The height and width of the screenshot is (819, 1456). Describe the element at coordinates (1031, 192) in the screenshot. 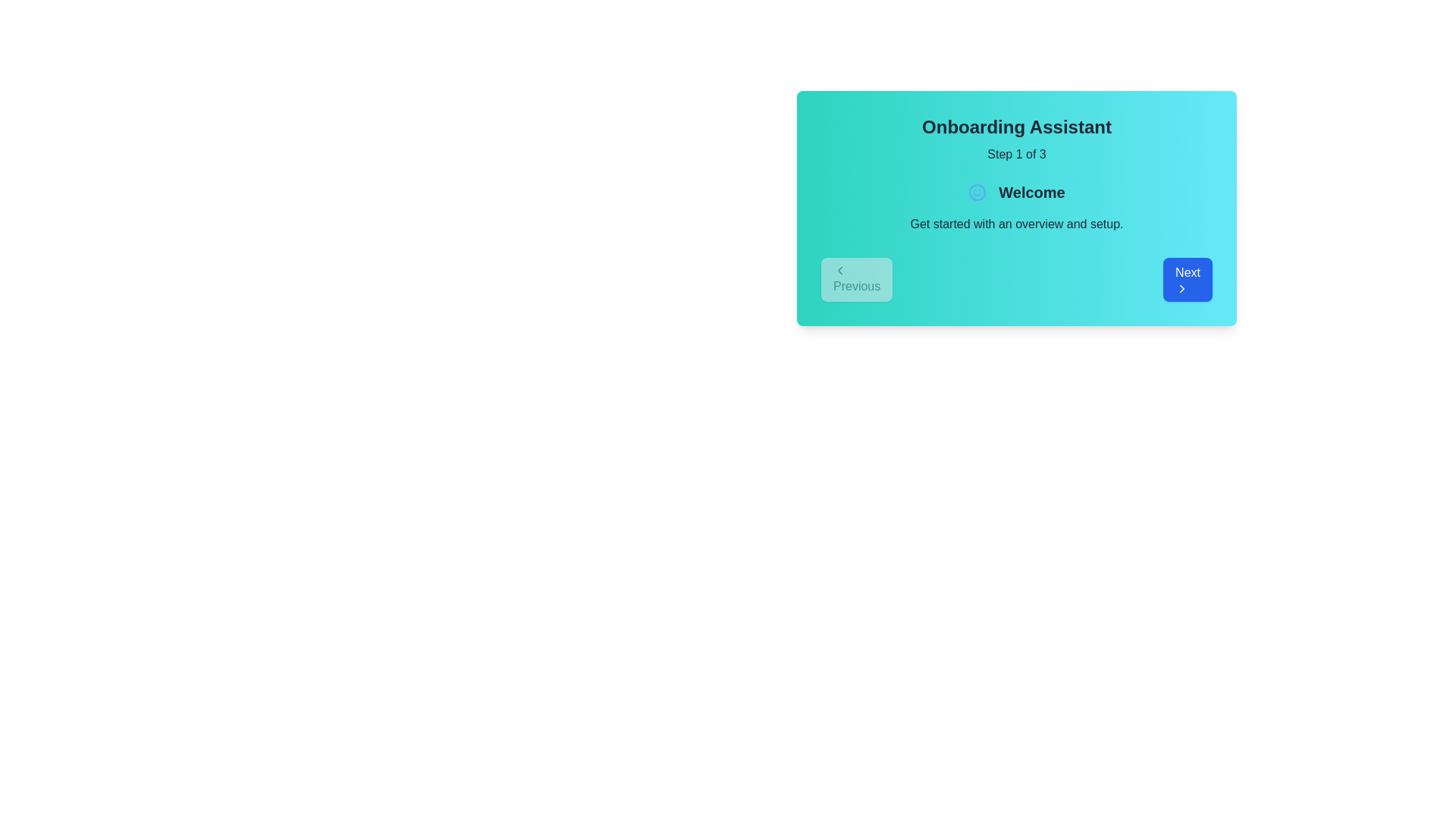

I see `the text label displaying 'Welcome' in bold styling, located in the upper section of the interface card with a light blue background` at that location.